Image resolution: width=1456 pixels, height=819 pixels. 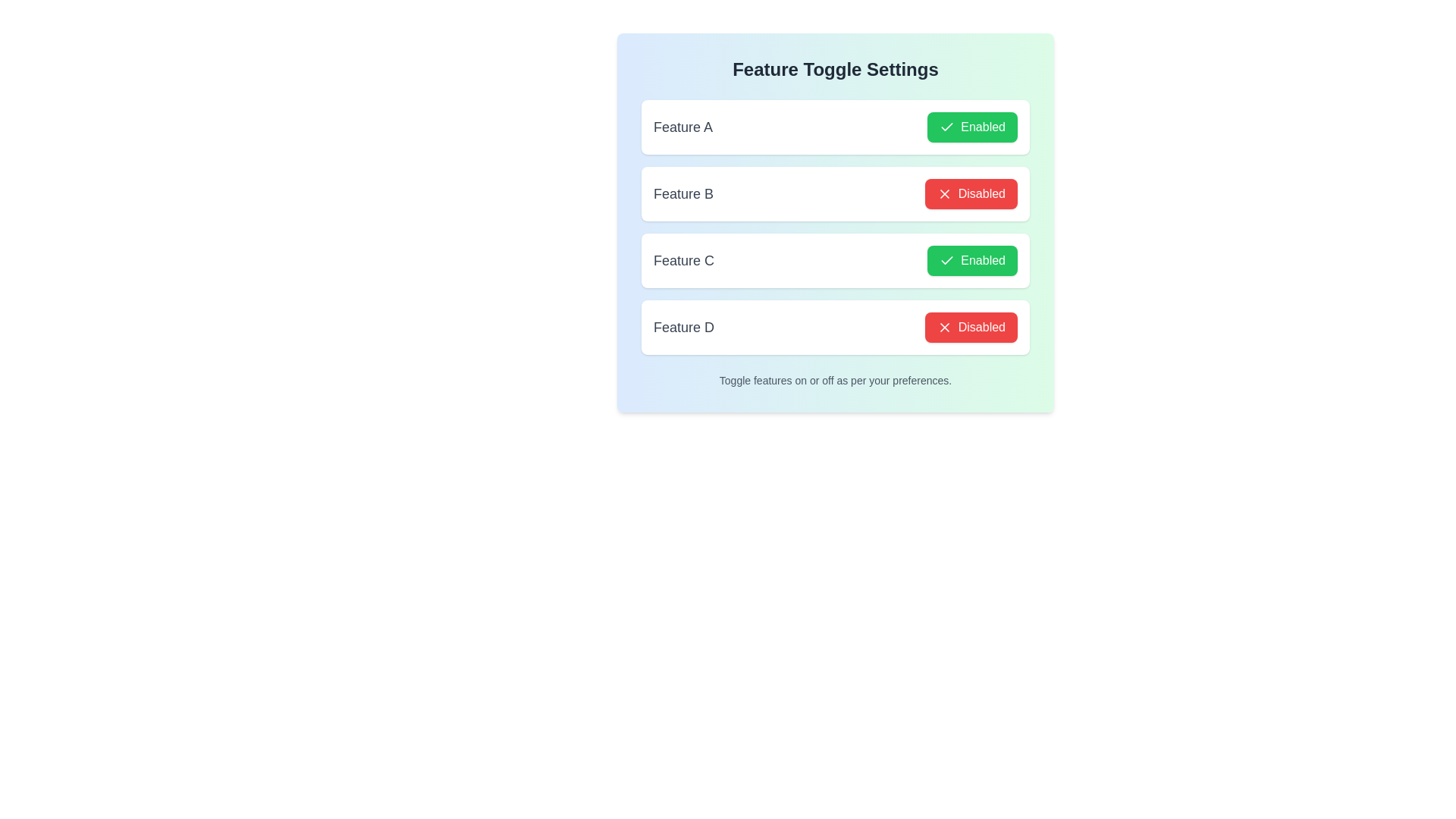 I want to click on the cross icon within the red 'Disabled' button located in the row for 'Feature D', so click(x=943, y=327).